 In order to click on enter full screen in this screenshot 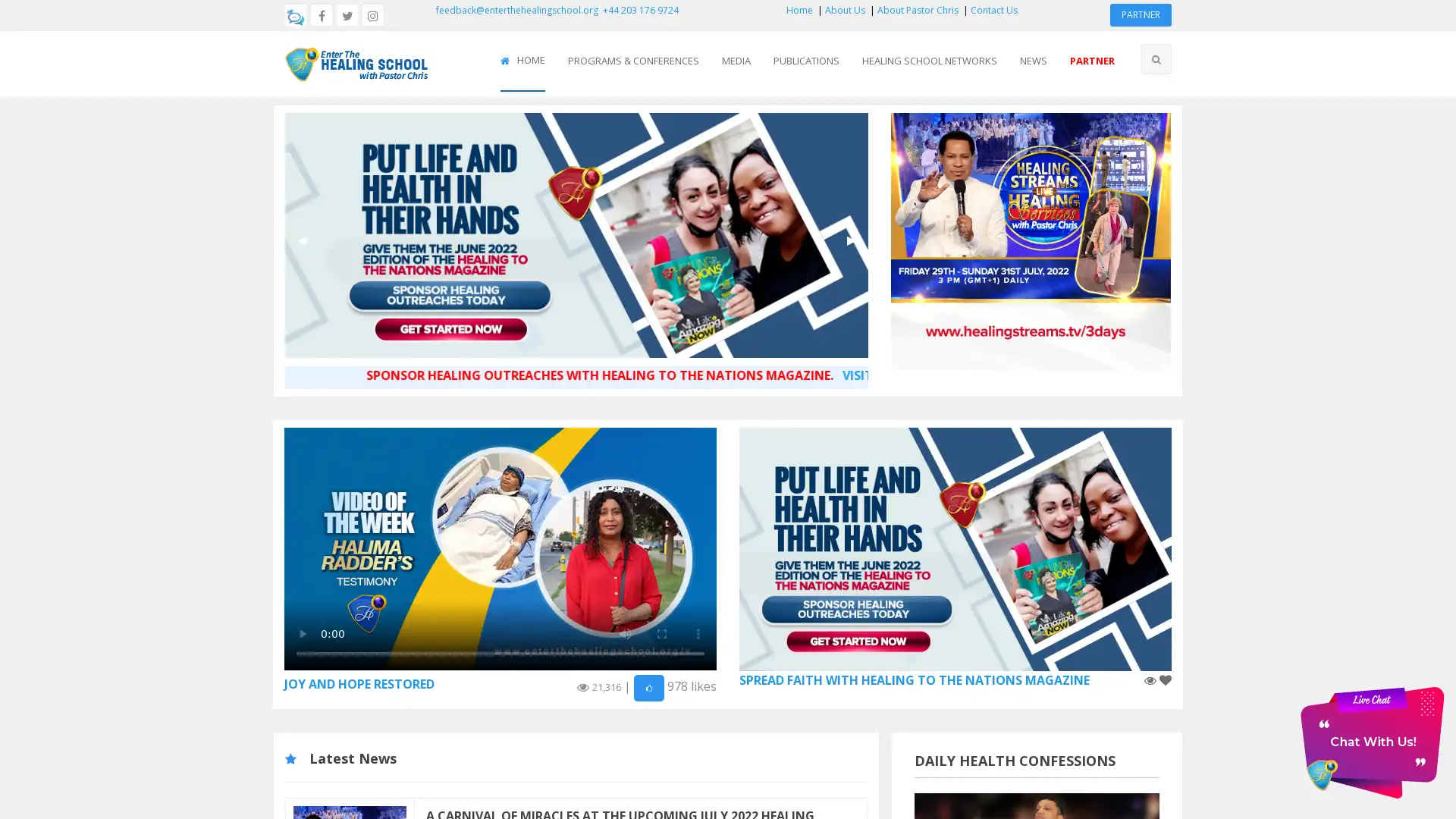, I will do `click(662, 634)`.